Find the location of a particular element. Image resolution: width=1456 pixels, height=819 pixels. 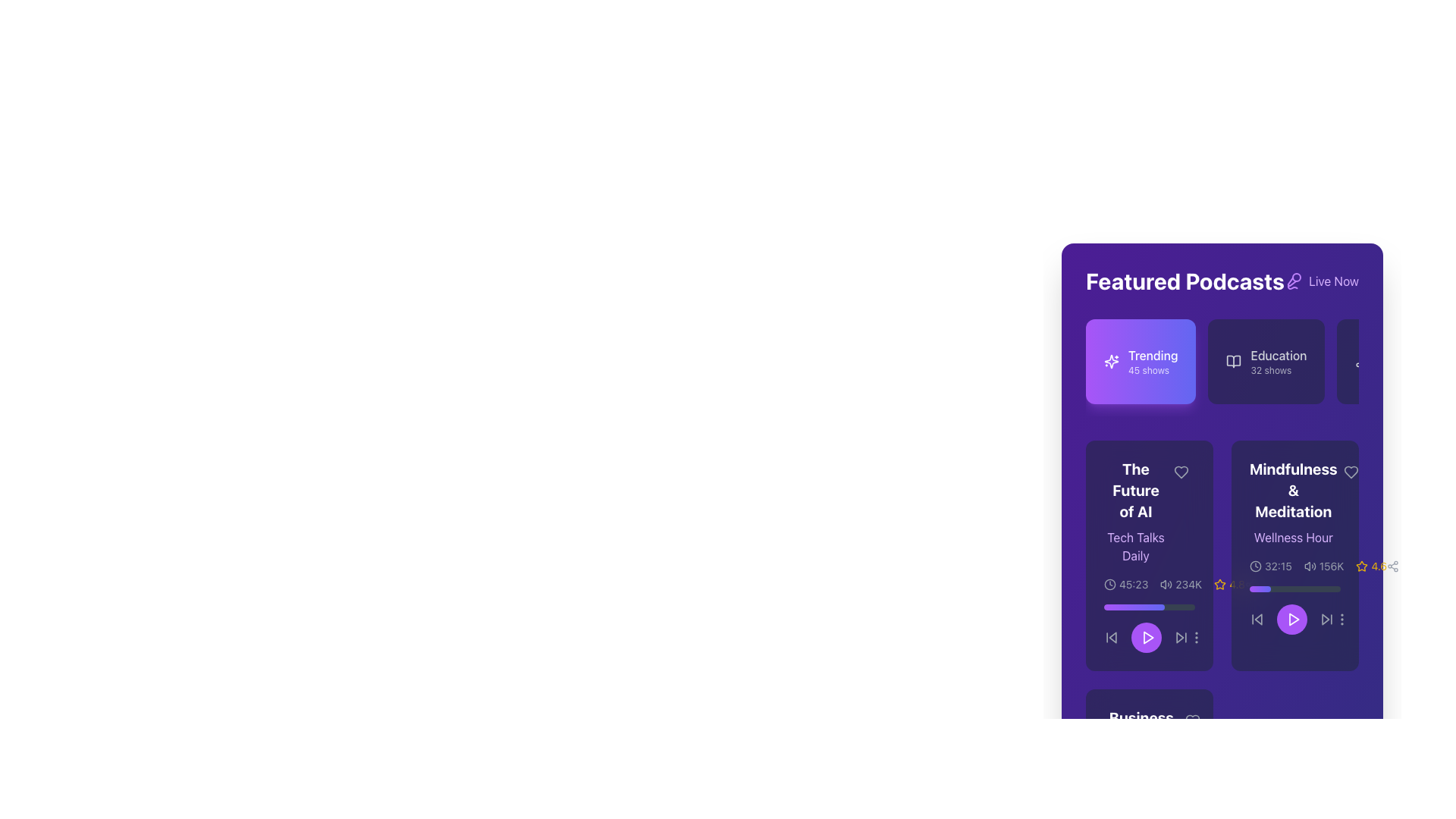

the 'Trending' category selector button located in the top-left corner of the horizontal list under 'Featured Podcasts' is located at coordinates (1141, 362).